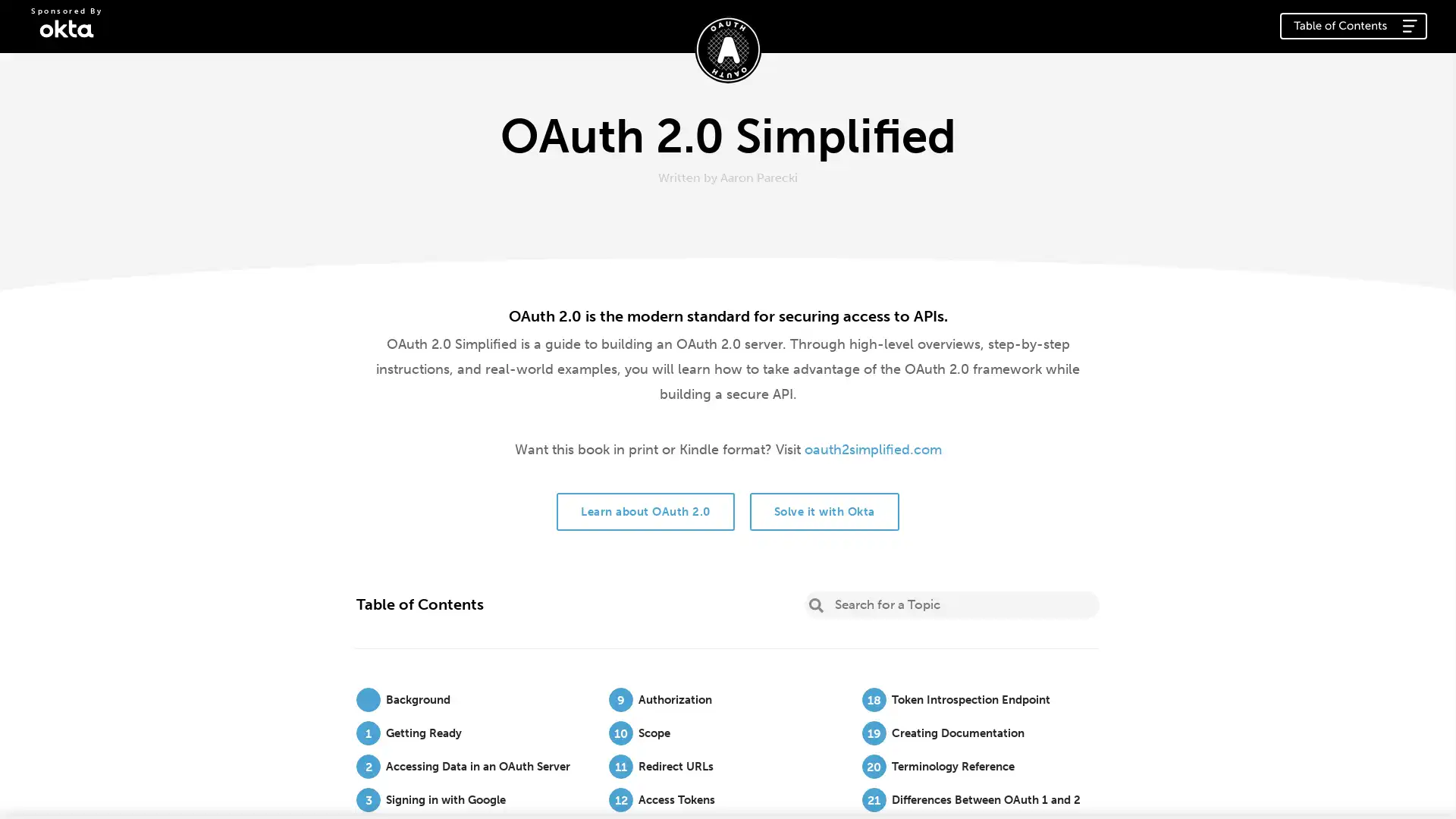 This screenshot has height=819, width=1456. I want to click on Cookie Settings, so click(912, 792).